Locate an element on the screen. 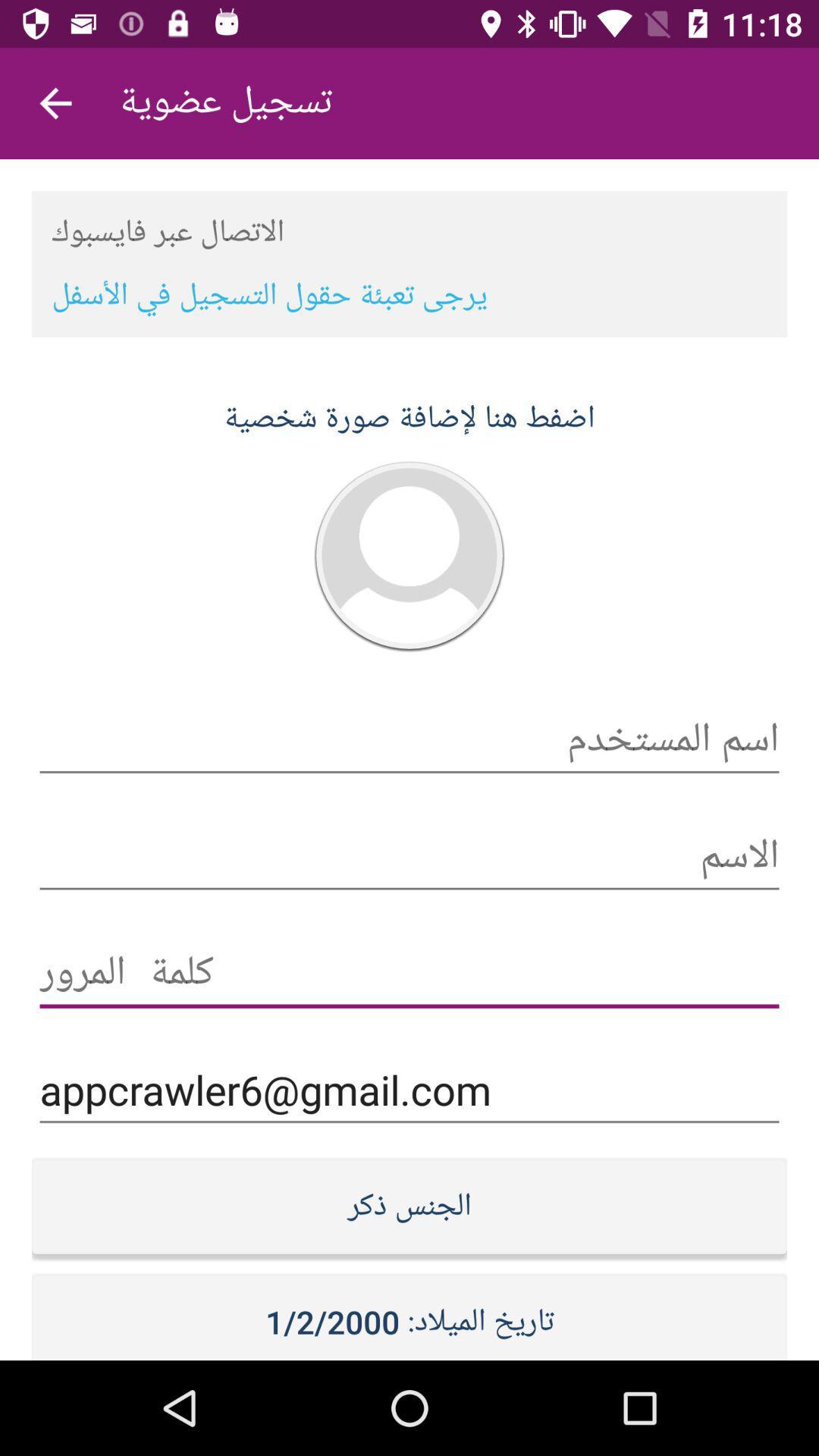 Image resolution: width=819 pixels, height=1456 pixels. the grace is located at coordinates (409, 973).